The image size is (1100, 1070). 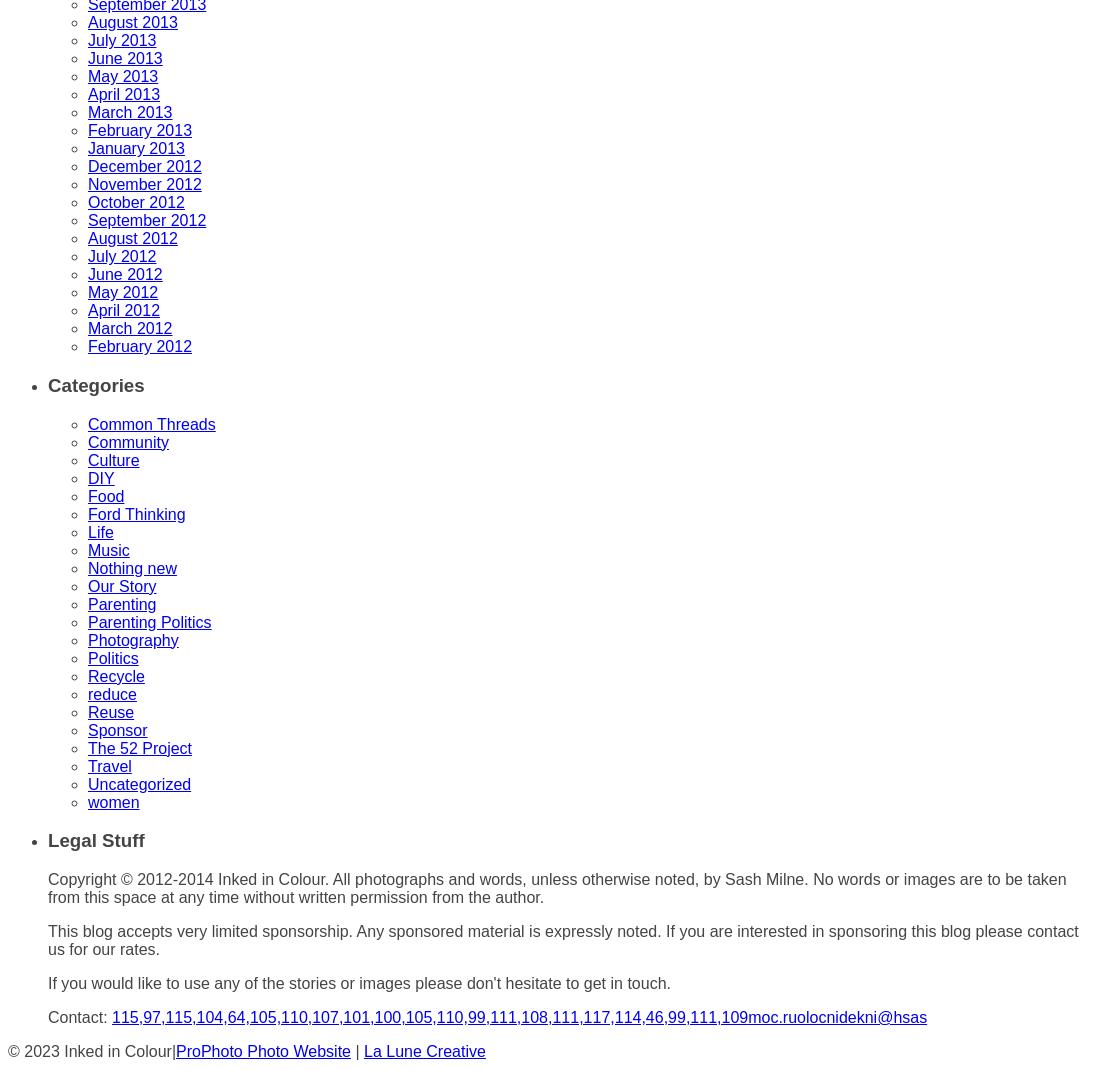 I want to click on 'moc.ruolocnidekni@hsas', so click(x=836, y=1016).